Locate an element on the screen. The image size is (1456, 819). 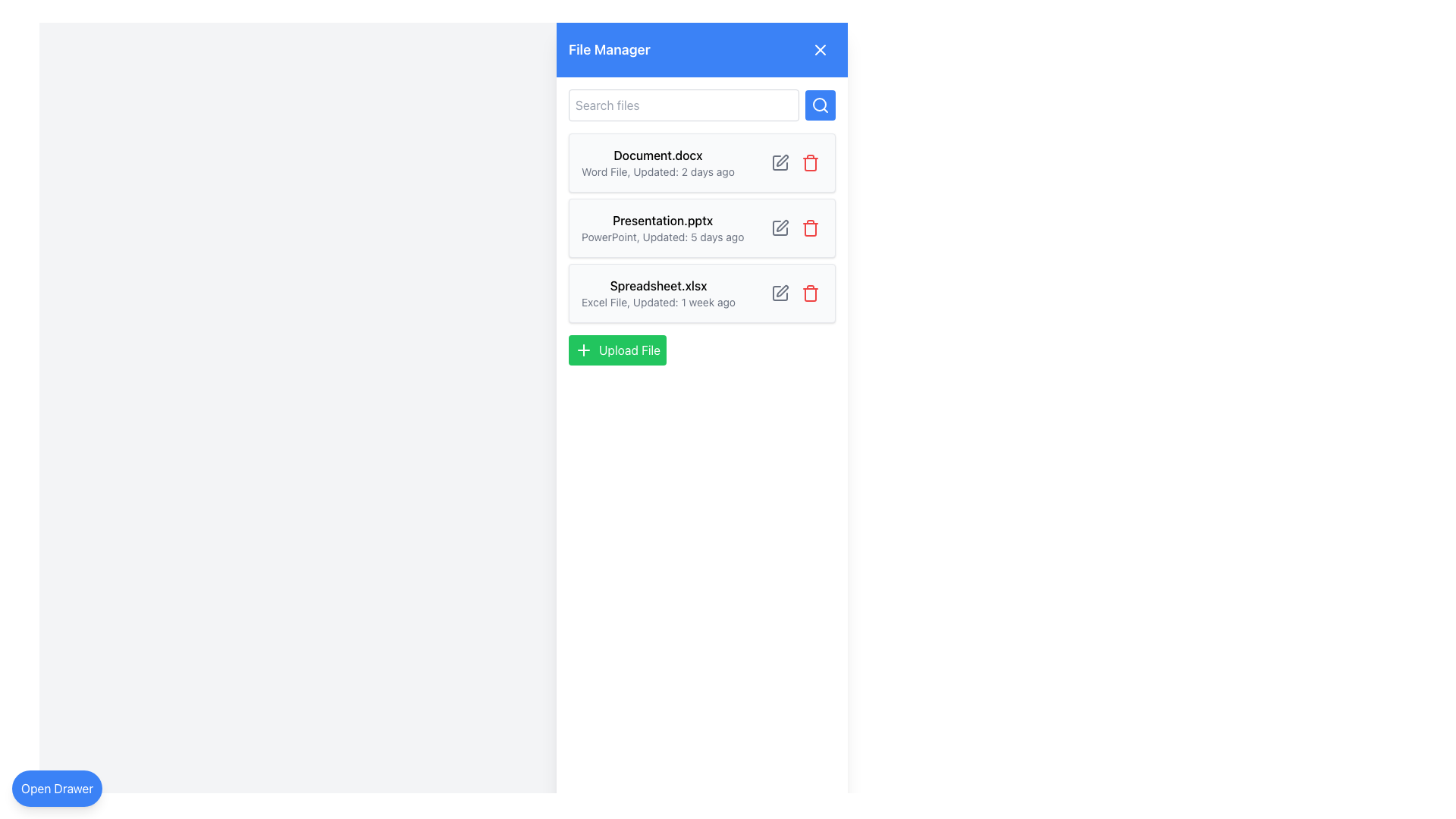
the interactive red trash icon button located at the bottom right of the 'Spreadsheet.xlsx' file listing is located at coordinates (810, 293).